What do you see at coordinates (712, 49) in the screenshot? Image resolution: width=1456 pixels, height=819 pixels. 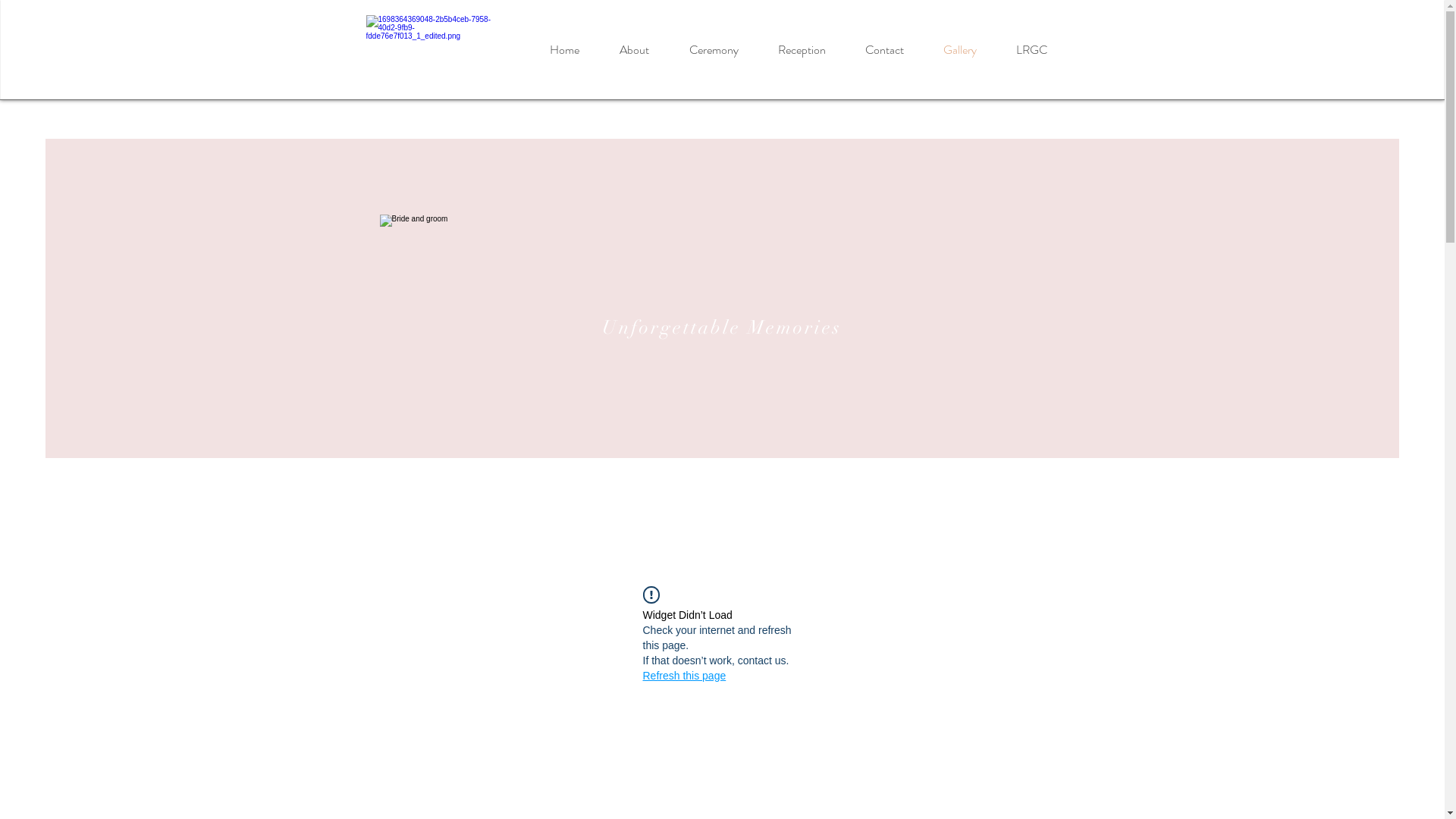 I see `'Ceremony'` at bounding box center [712, 49].